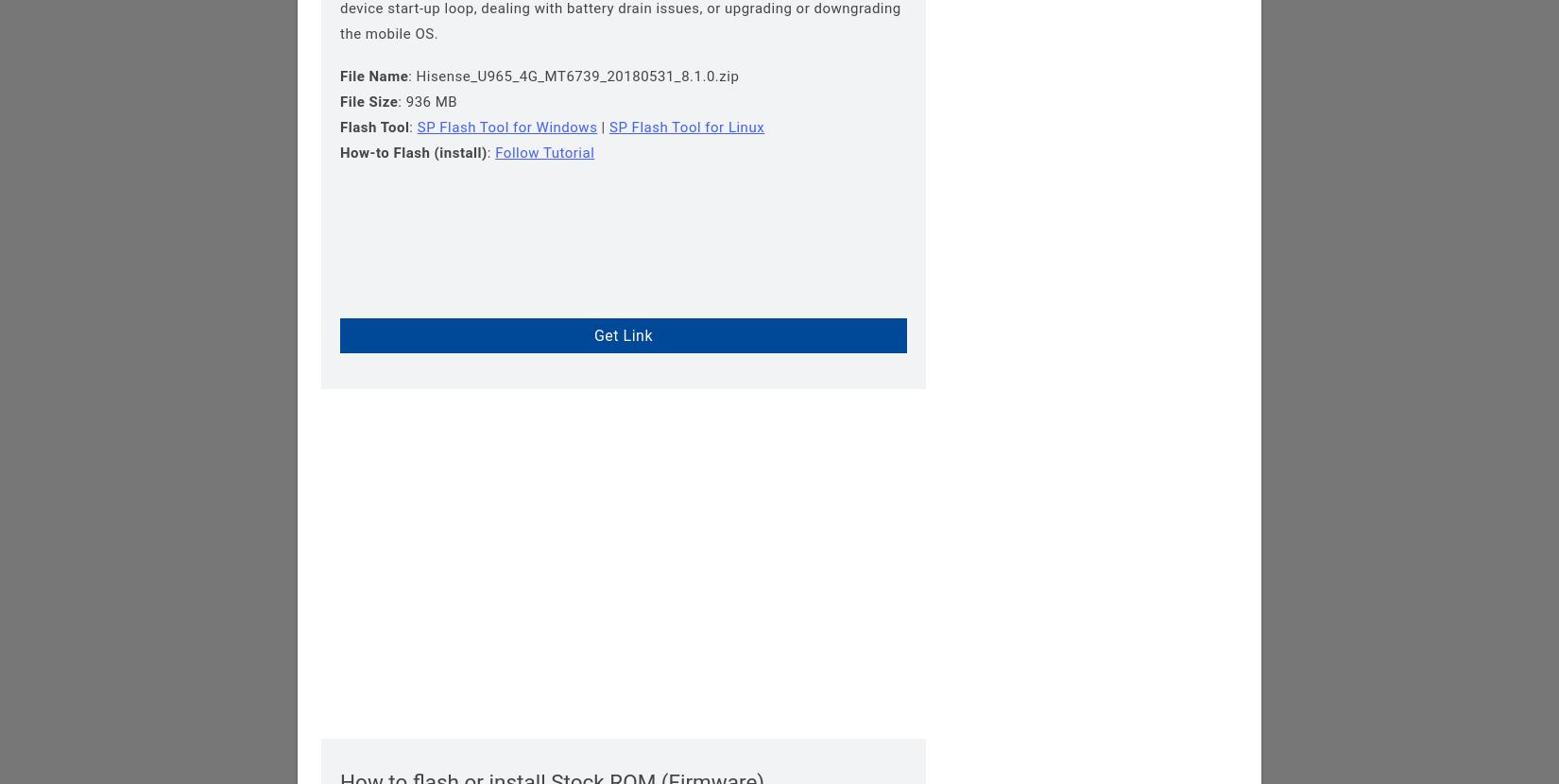  What do you see at coordinates (374, 76) in the screenshot?
I see `'File Name'` at bounding box center [374, 76].